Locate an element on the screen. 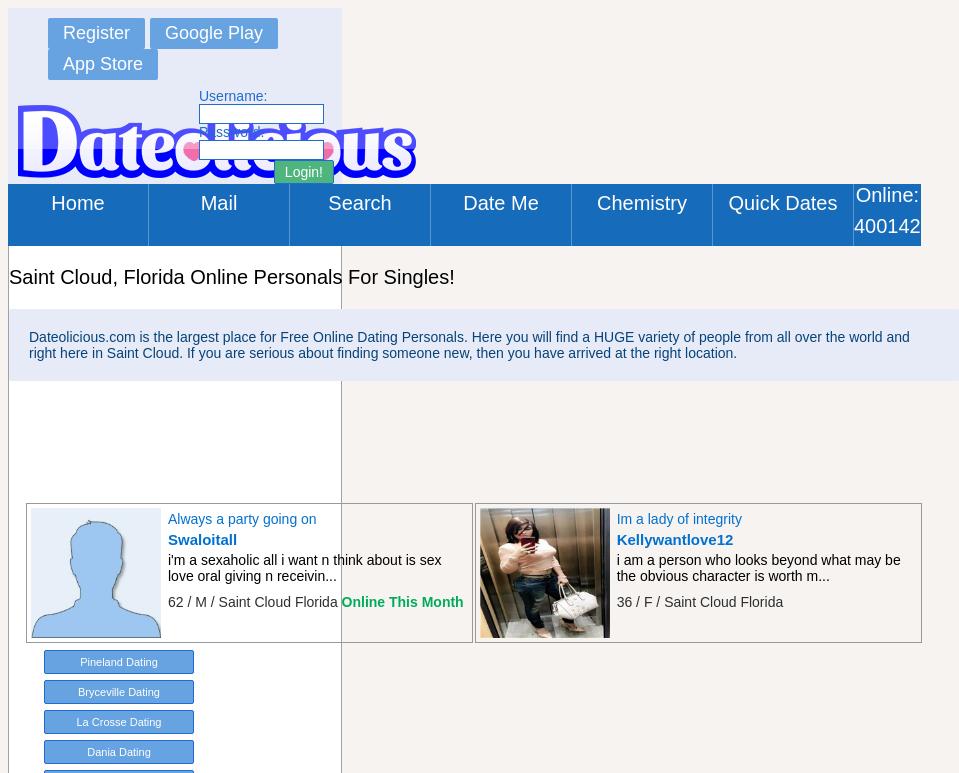 This screenshot has width=959, height=773. 'Always a party going on' is located at coordinates (241, 518).